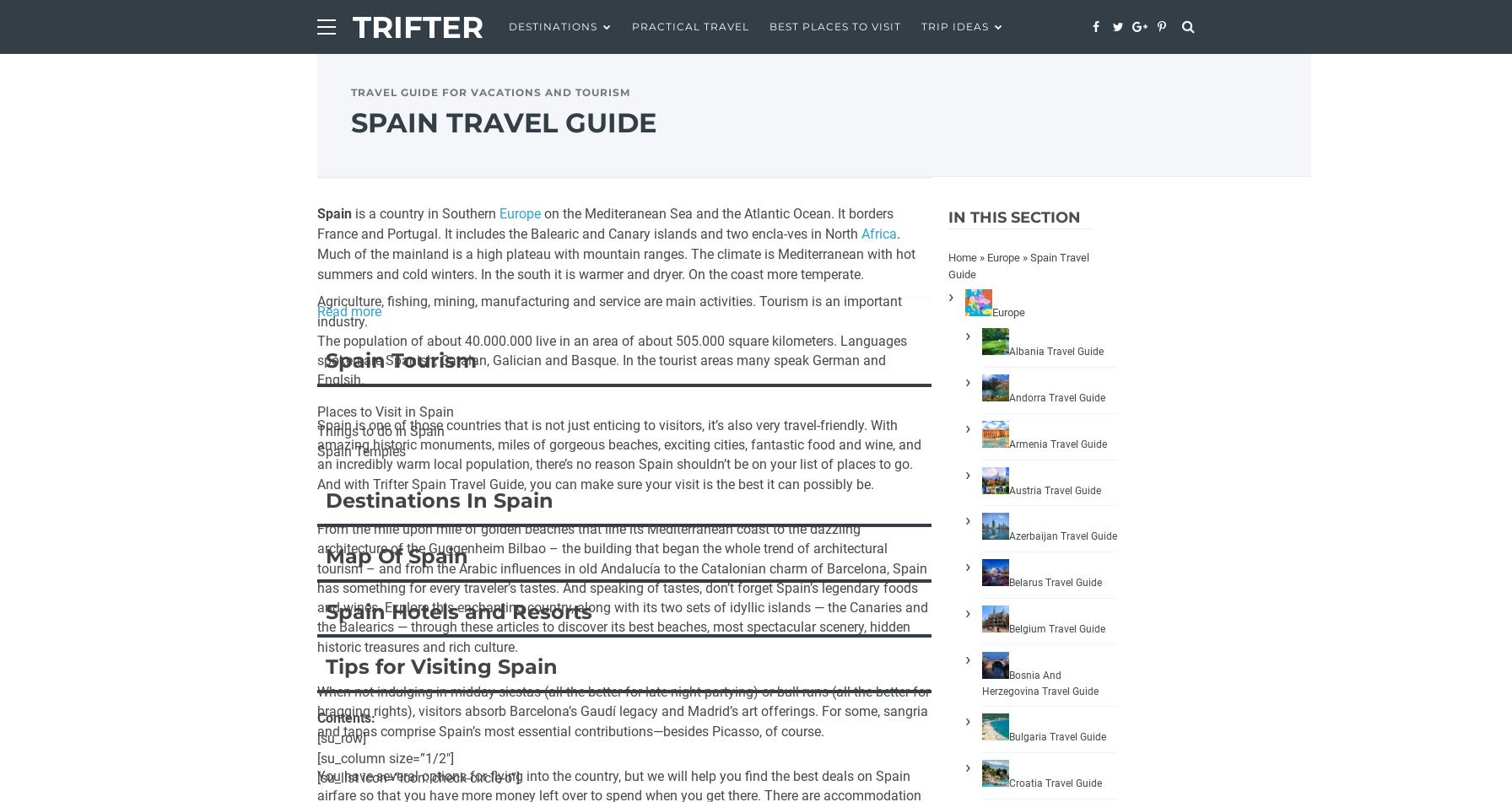  What do you see at coordinates (381, 430) in the screenshot?
I see `'Things to do in Spain'` at bounding box center [381, 430].